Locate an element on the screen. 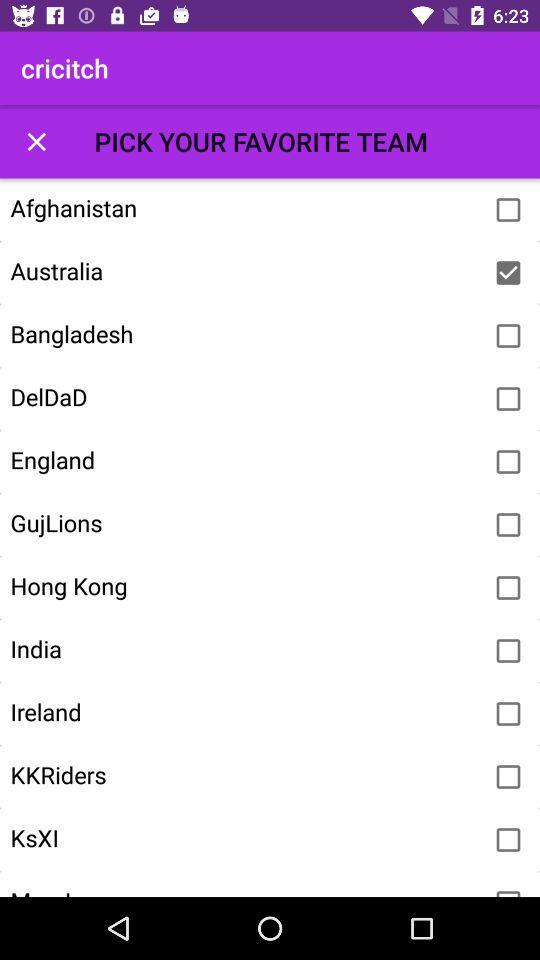  choose the country is located at coordinates (508, 714).